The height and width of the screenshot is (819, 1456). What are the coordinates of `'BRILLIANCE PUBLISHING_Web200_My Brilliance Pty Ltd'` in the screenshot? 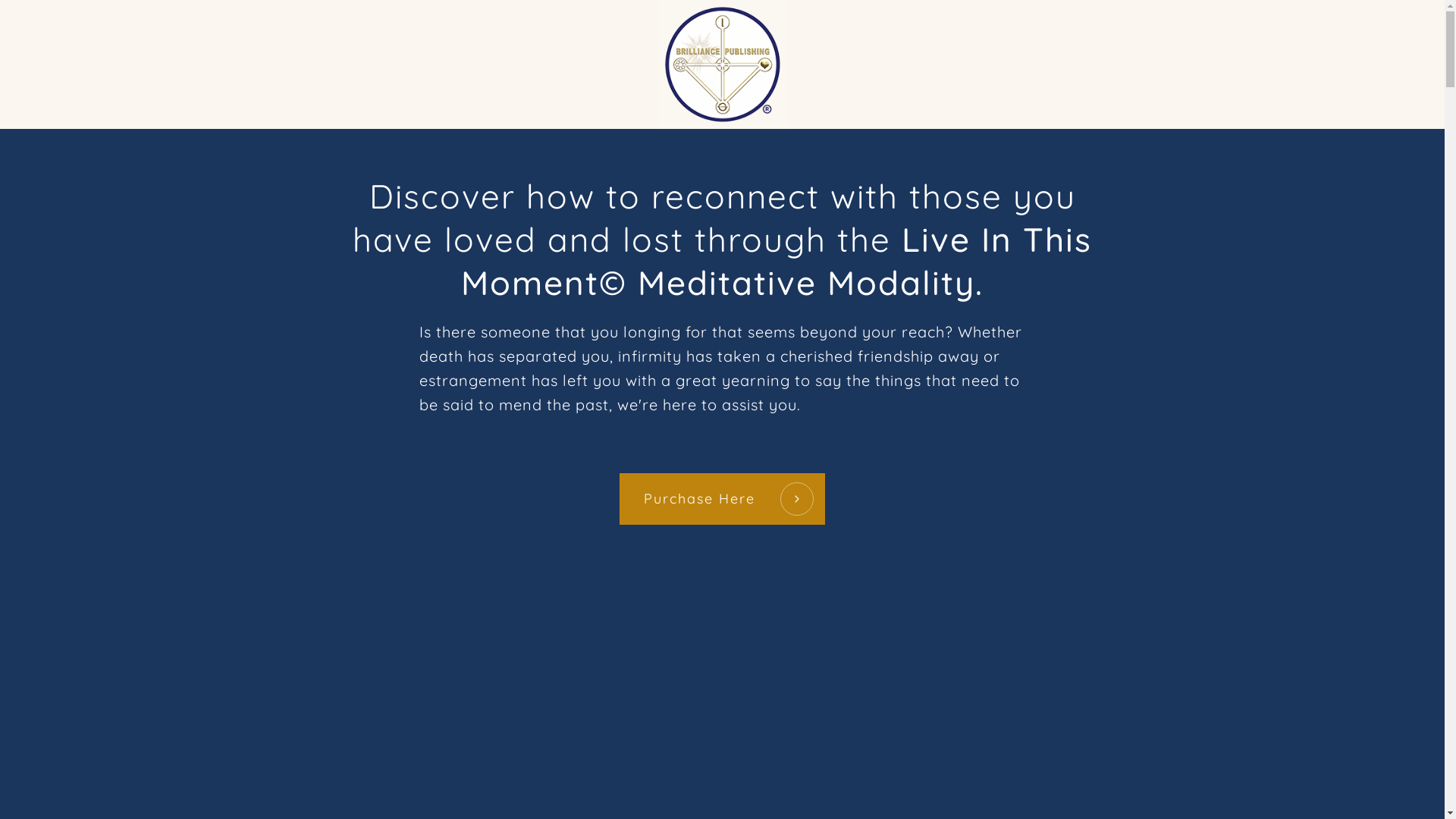 It's located at (722, 63).